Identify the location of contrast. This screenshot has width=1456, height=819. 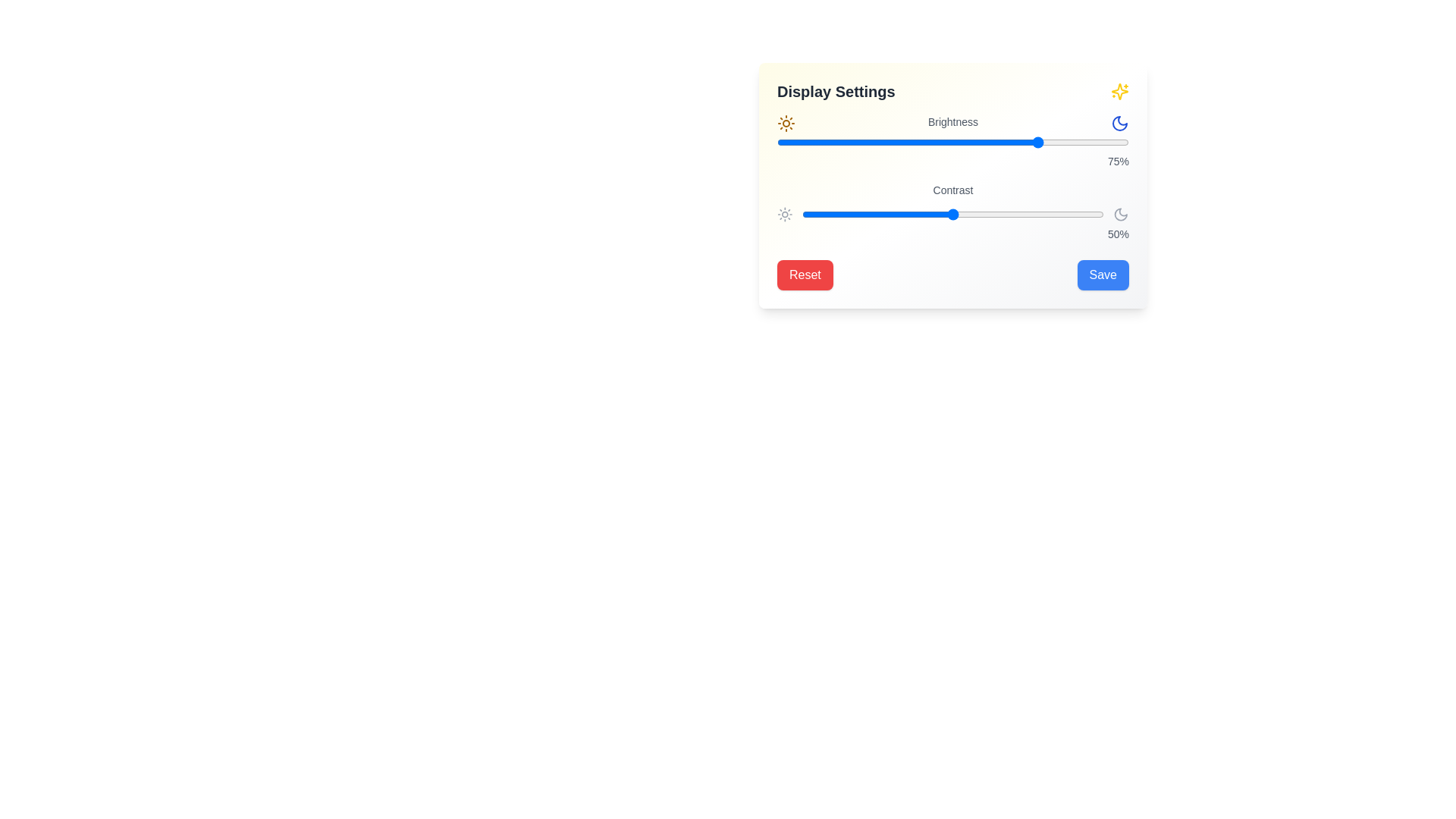
(834, 214).